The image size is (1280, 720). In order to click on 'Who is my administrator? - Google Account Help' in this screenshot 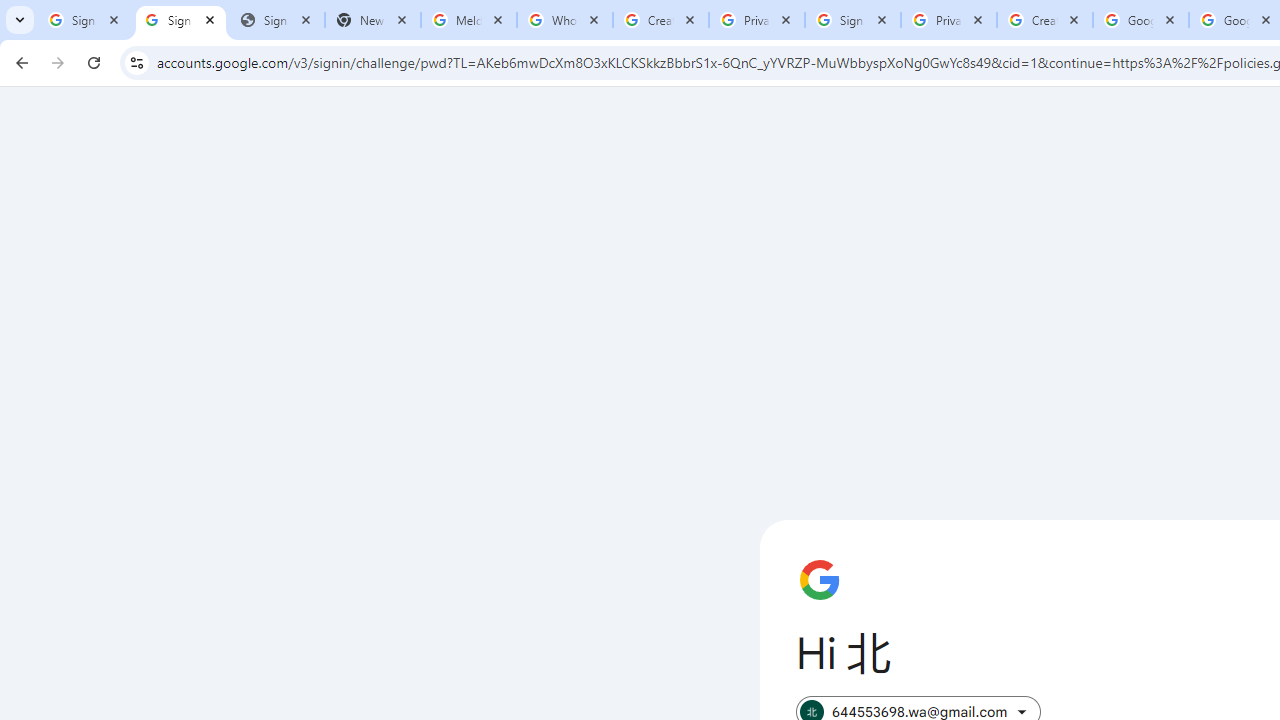, I will do `click(564, 20)`.